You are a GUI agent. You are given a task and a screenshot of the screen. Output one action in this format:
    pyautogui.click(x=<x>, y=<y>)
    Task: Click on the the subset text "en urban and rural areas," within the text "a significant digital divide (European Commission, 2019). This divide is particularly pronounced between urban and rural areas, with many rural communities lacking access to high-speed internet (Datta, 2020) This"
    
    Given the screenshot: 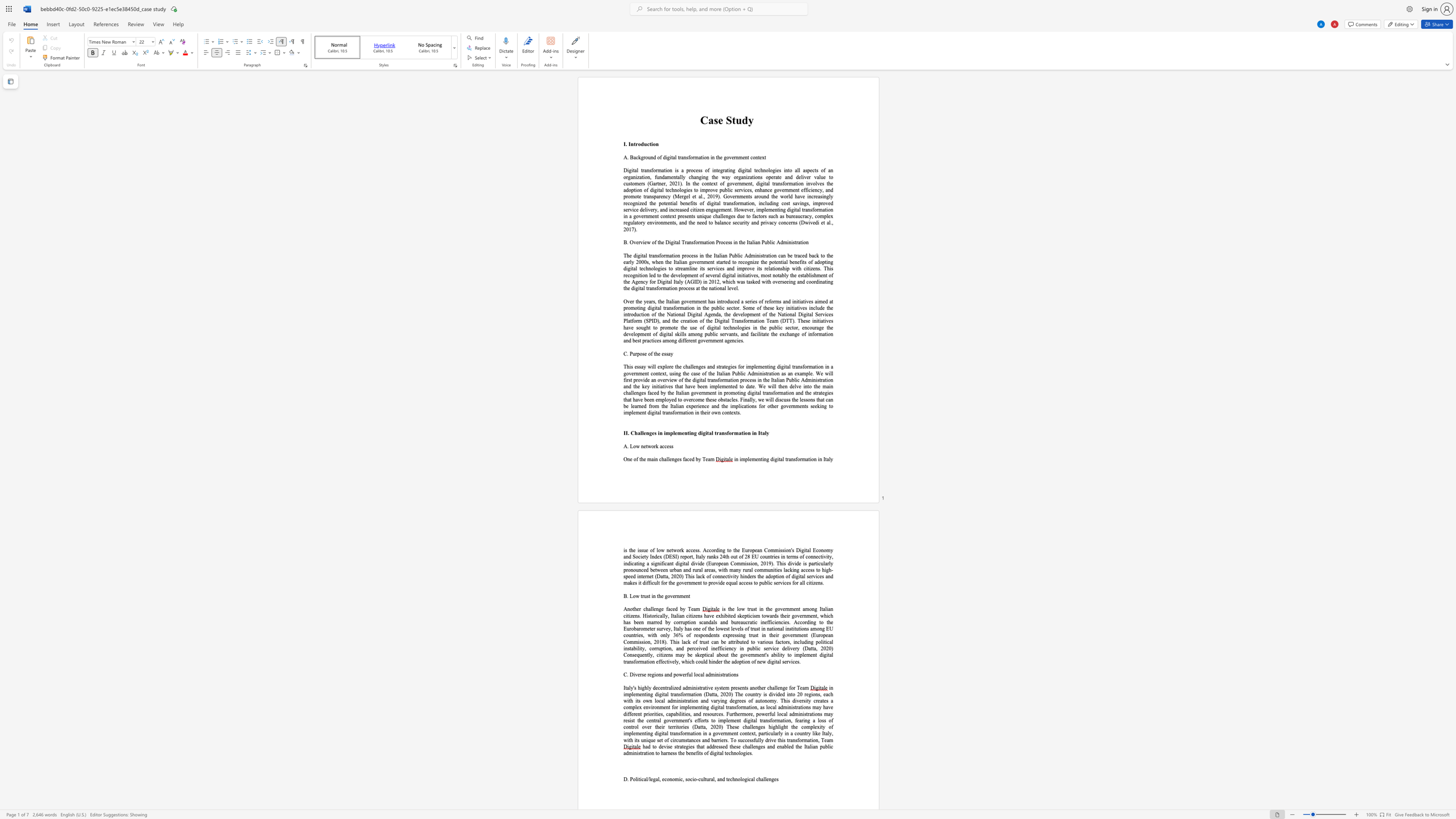 What is the action you would take?
    pyautogui.click(x=662, y=570)
    